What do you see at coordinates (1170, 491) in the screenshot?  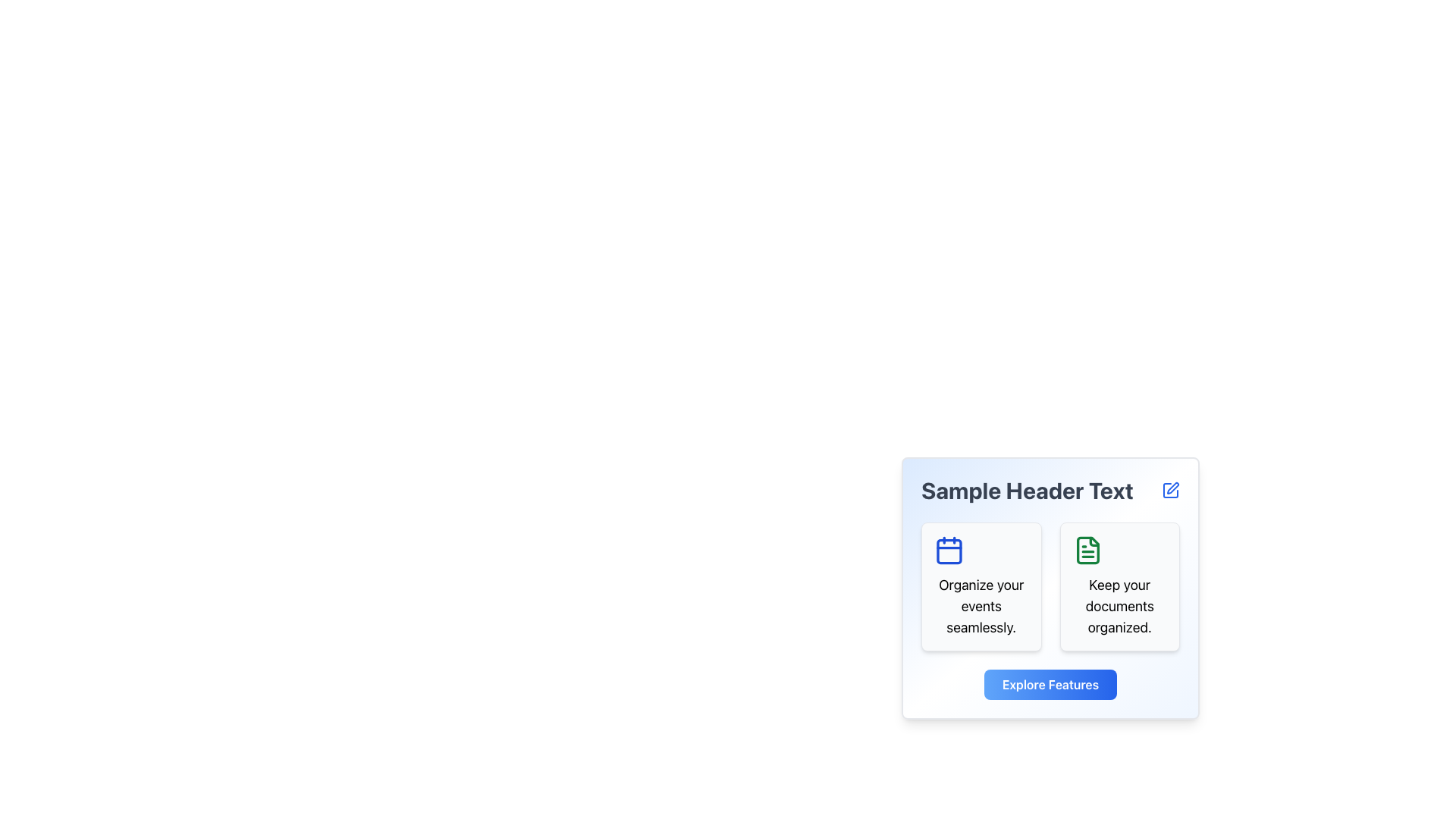 I see `the Icon button located to the right of 'Sample Header Text'` at bounding box center [1170, 491].